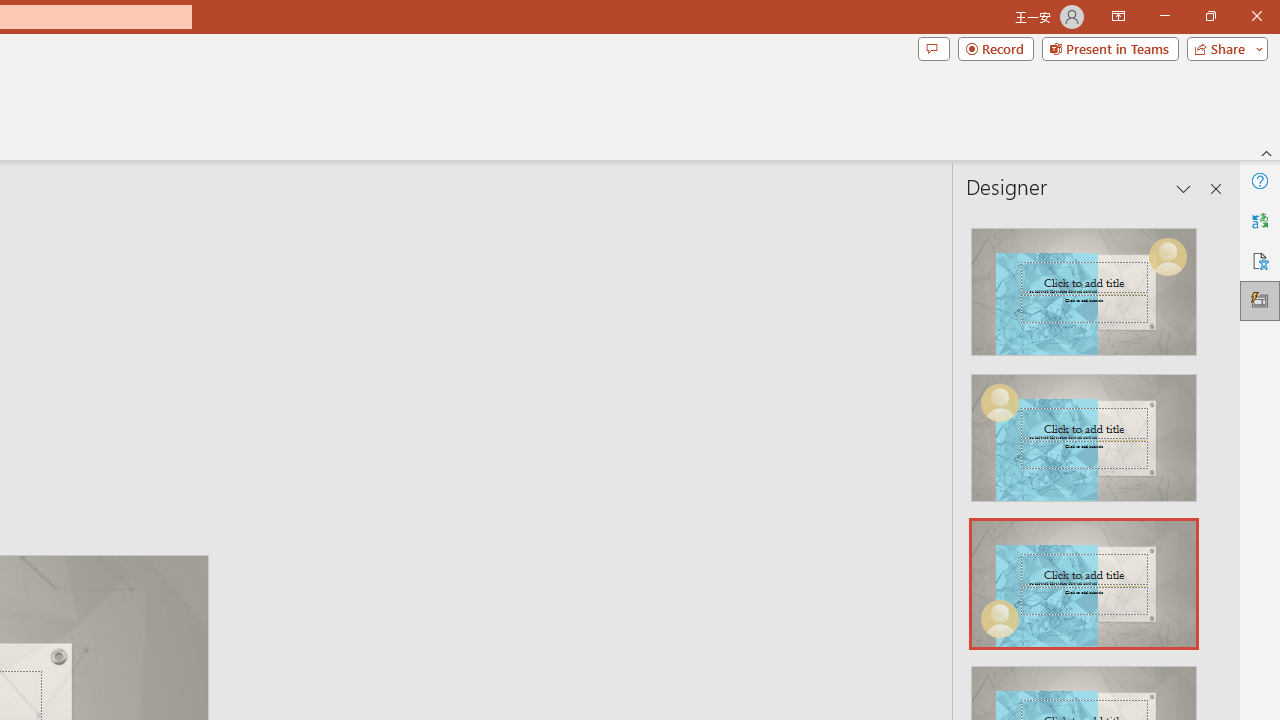  I want to click on 'Accessibility', so click(1259, 260).